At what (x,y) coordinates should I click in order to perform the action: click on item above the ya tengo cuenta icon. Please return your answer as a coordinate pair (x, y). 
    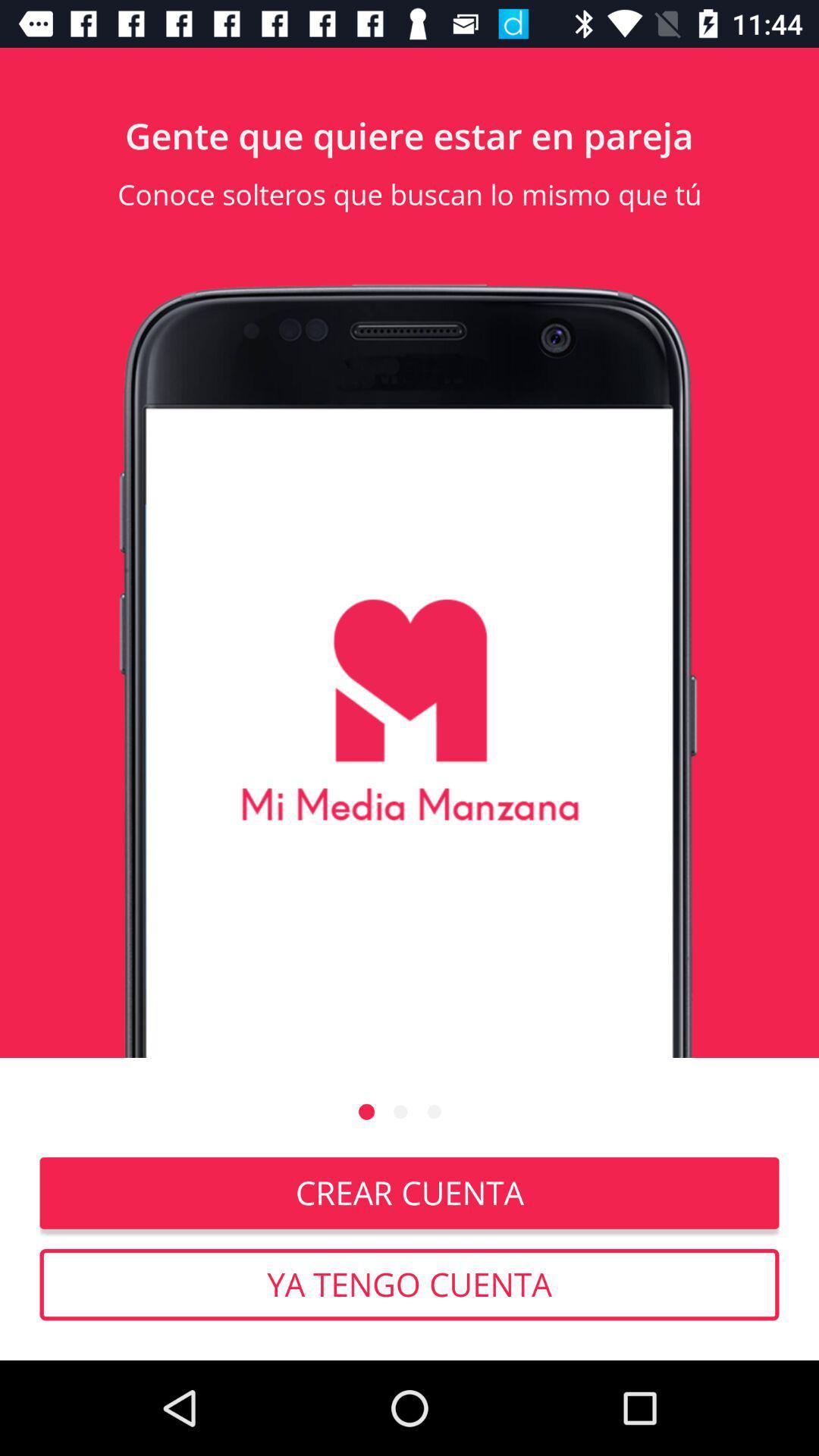
    Looking at the image, I should click on (409, 1192).